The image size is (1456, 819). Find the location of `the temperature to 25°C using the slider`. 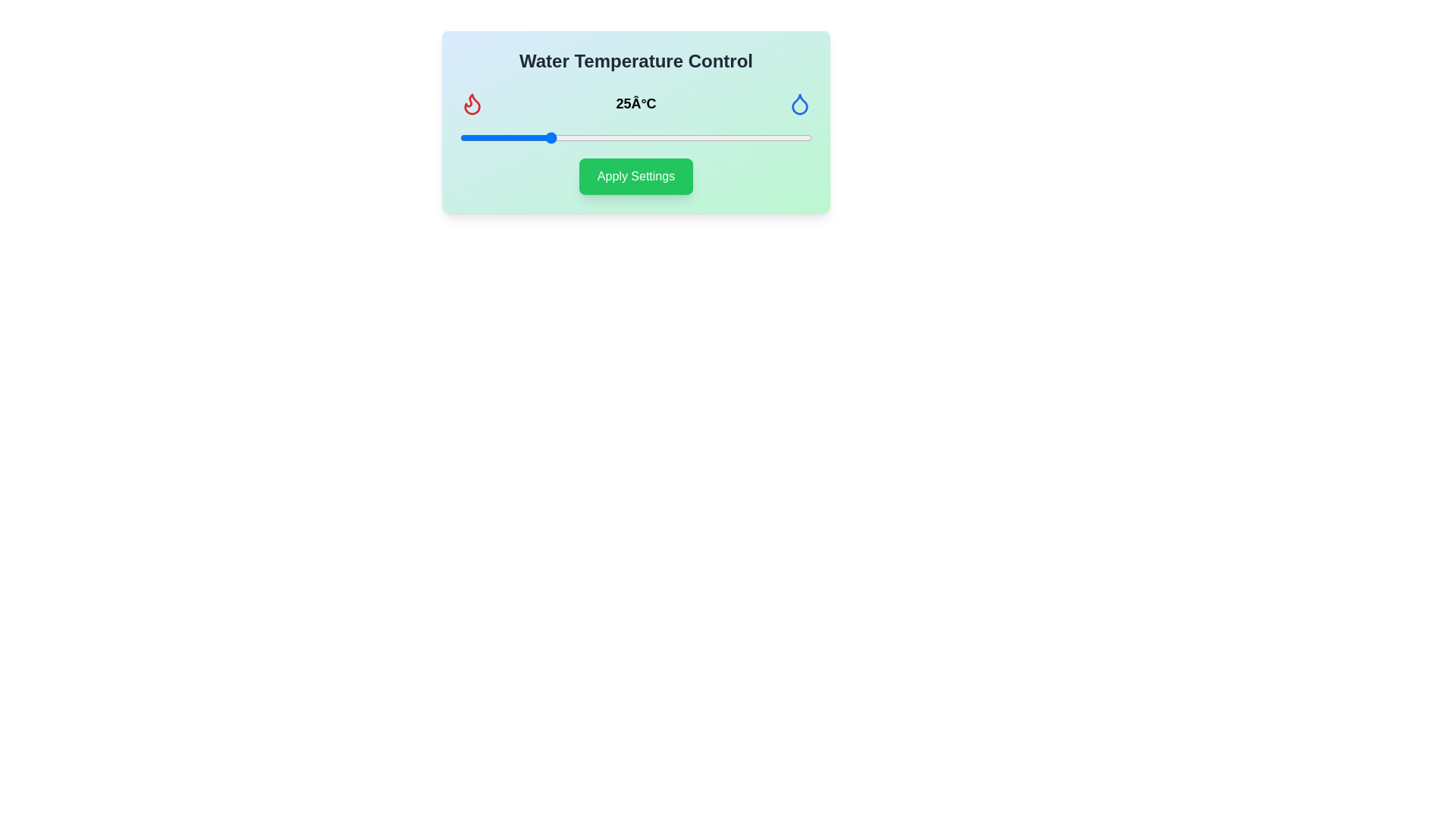

the temperature to 25°C using the slider is located at coordinates (548, 137).